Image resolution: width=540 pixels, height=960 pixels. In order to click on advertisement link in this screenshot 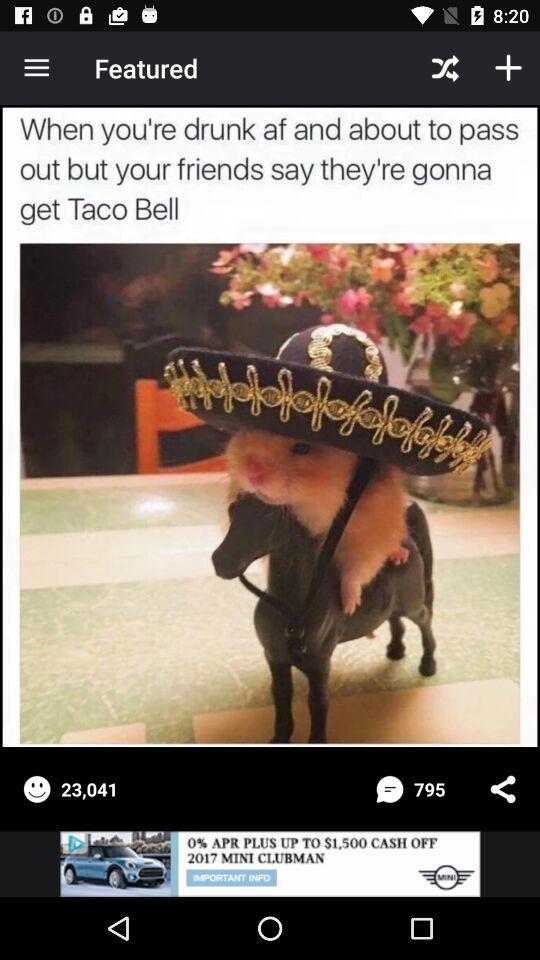, I will do `click(270, 863)`.